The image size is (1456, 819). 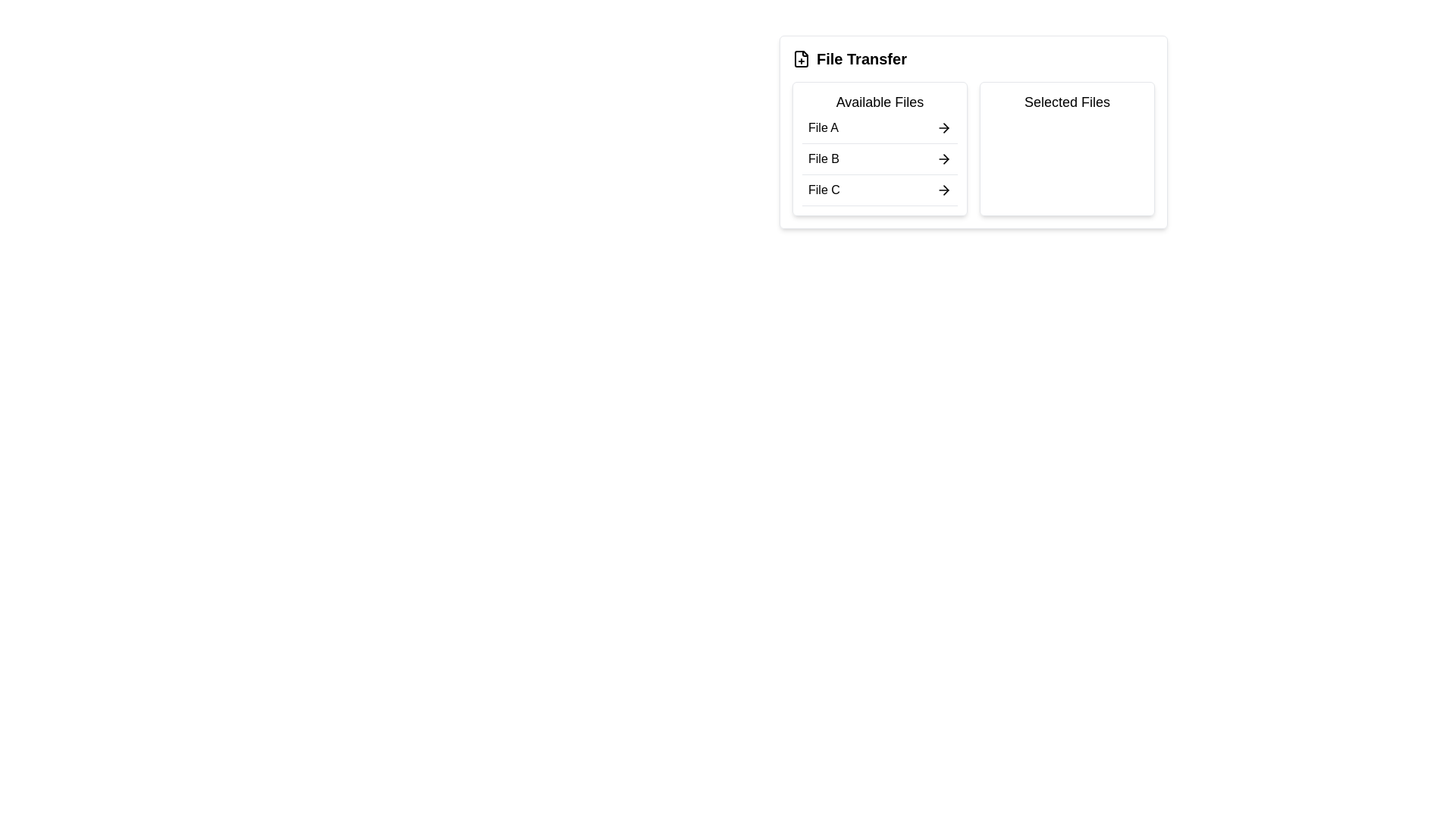 What do you see at coordinates (946, 127) in the screenshot?
I see `the right-pointing arrow SVG icon in the 'Available Files' panel of the 'File Transfer' interface, specifically aligned to the right side of the 'File A' option` at bounding box center [946, 127].